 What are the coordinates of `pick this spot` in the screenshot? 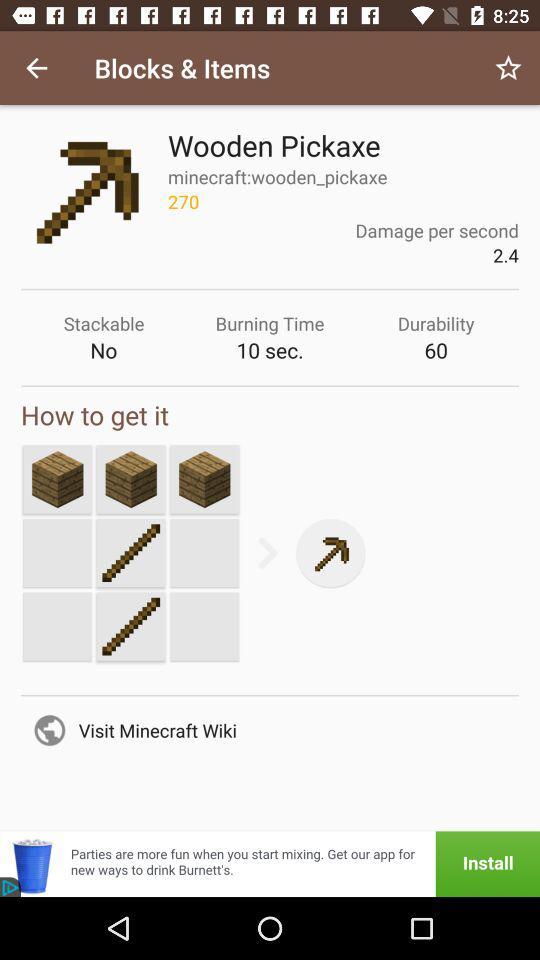 It's located at (203, 479).